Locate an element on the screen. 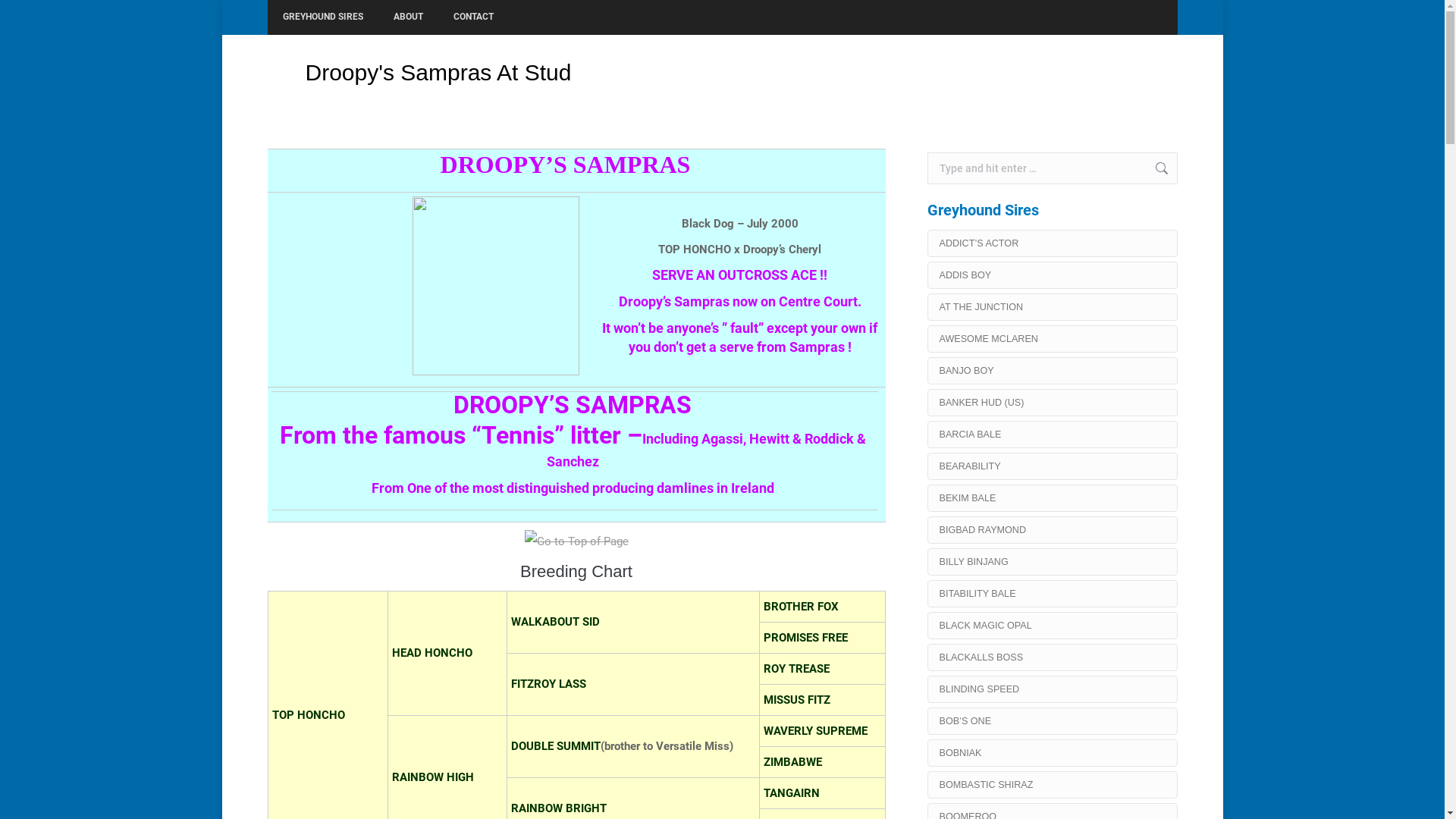 The height and width of the screenshot is (819, 1456). 'BLACK MAGIC OPAL' is located at coordinates (1051, 626).